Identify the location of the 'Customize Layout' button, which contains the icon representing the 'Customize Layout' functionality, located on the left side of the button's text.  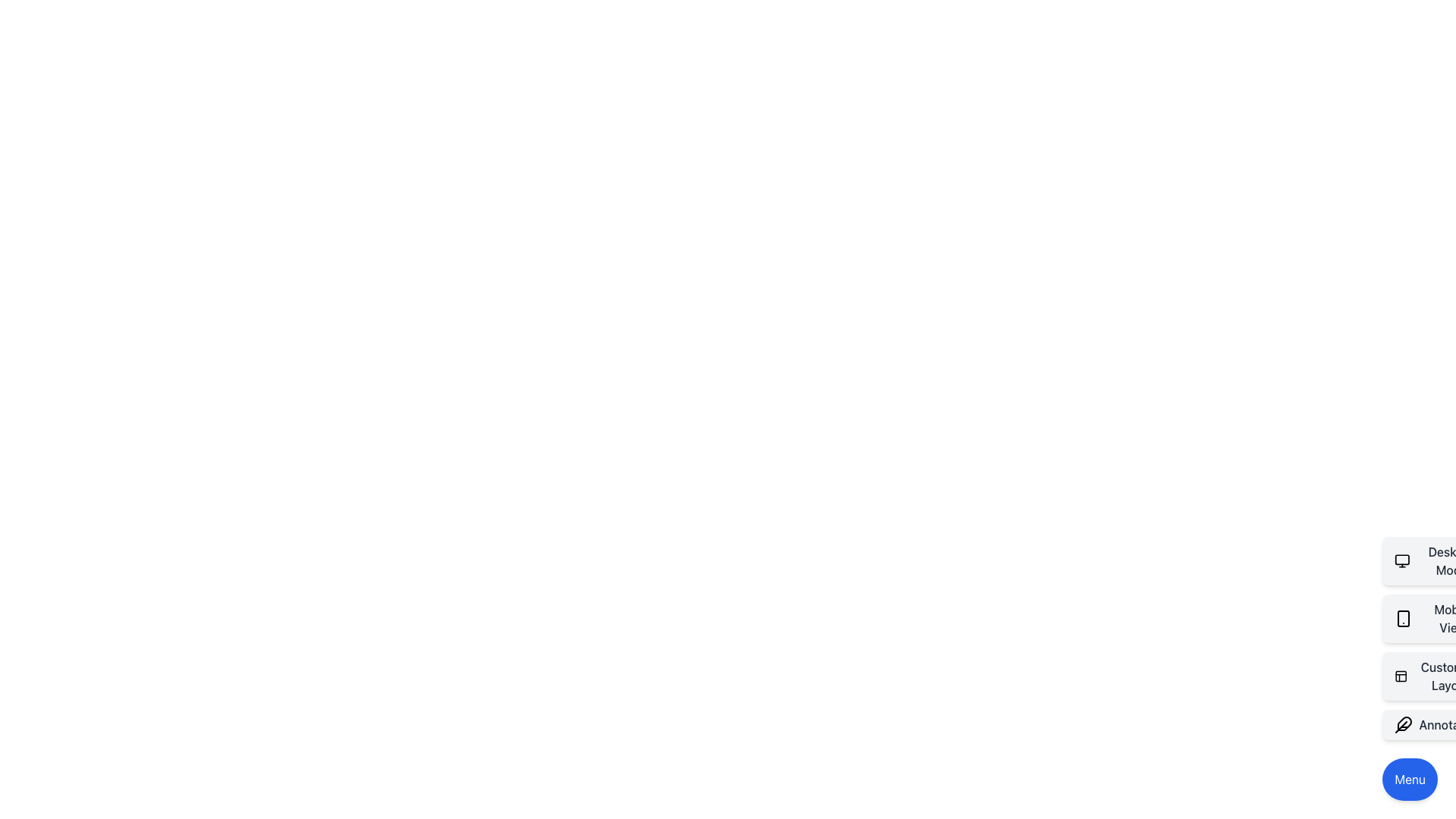
(1401, 675).